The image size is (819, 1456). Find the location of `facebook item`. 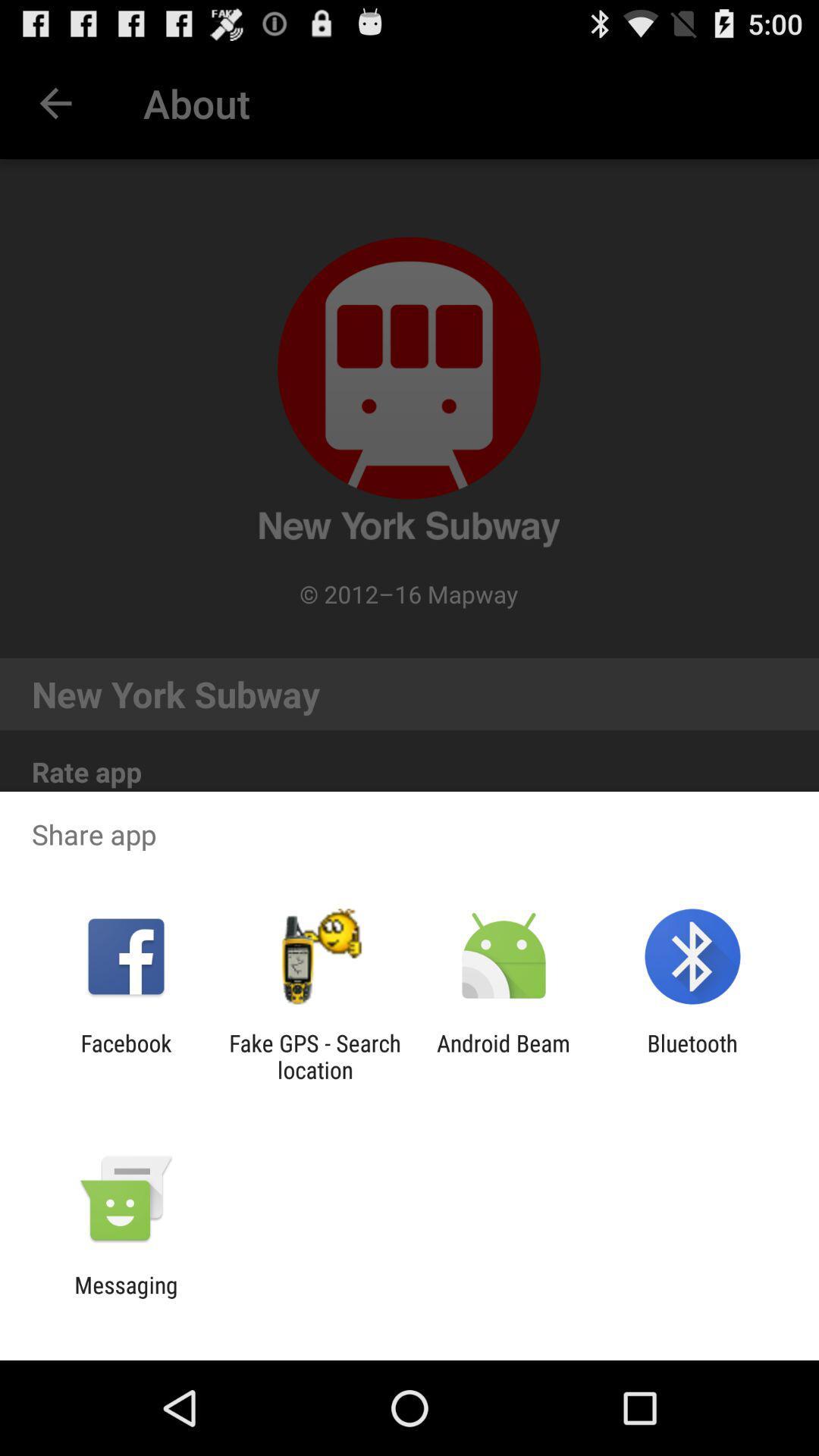

facebook item is located at coordinates (125, 1056).